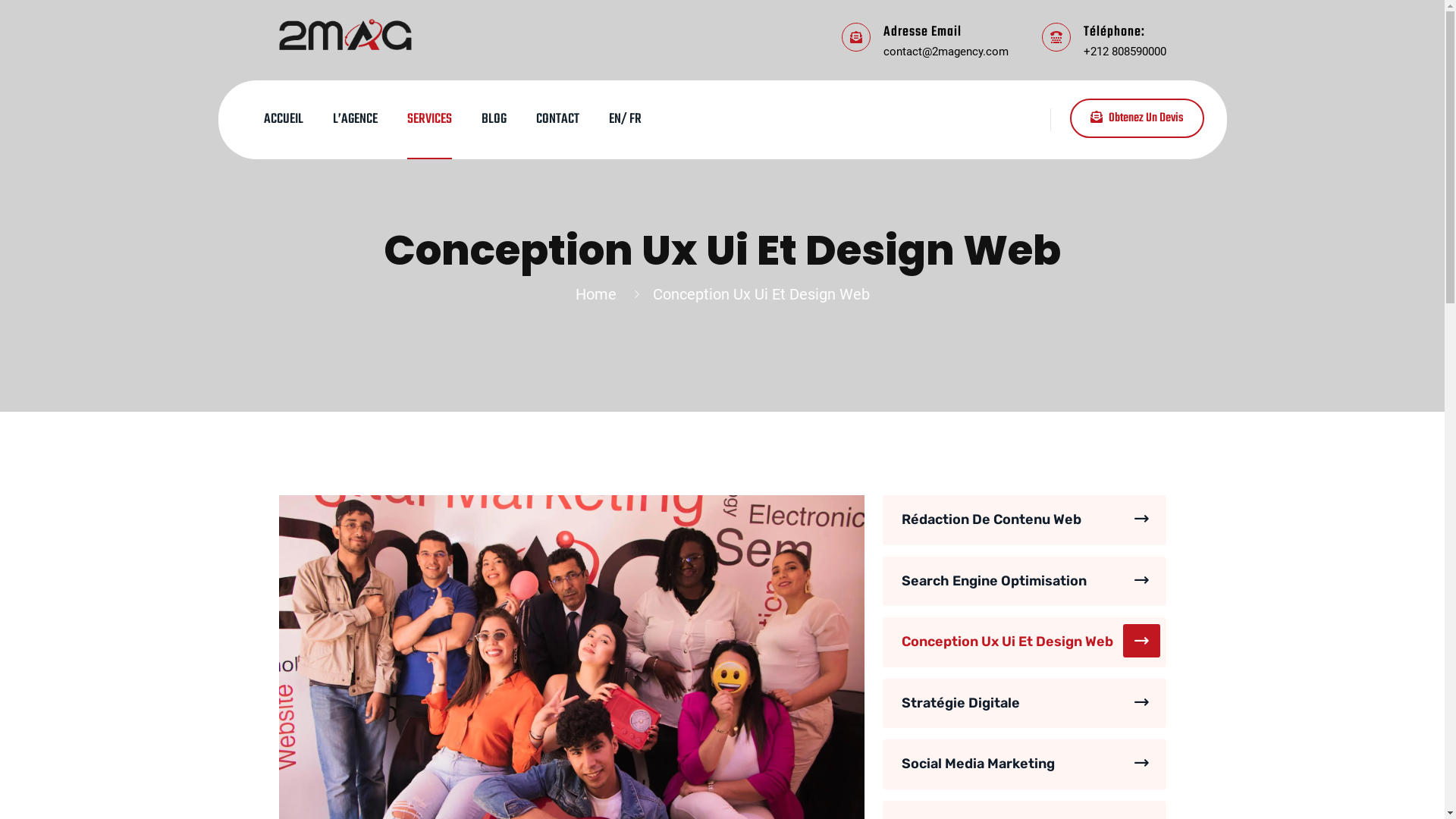 The height and width of the screenshot is (819, 1456). I want to click on 'SERVICES', so click(428, 119).